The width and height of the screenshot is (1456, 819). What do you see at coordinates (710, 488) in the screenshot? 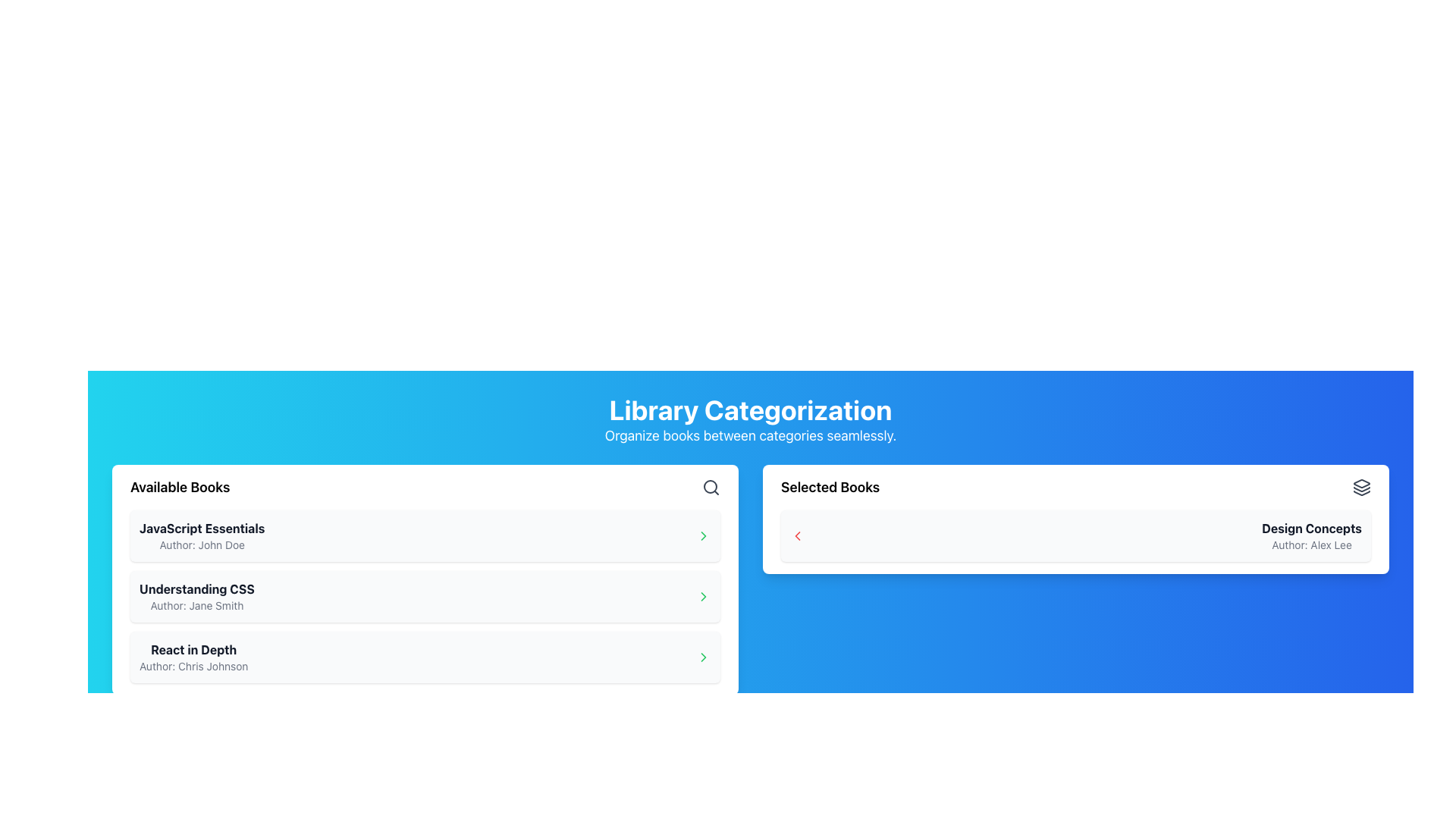
I see `the magnifying glass icon located` at bounding box center [710, 488].